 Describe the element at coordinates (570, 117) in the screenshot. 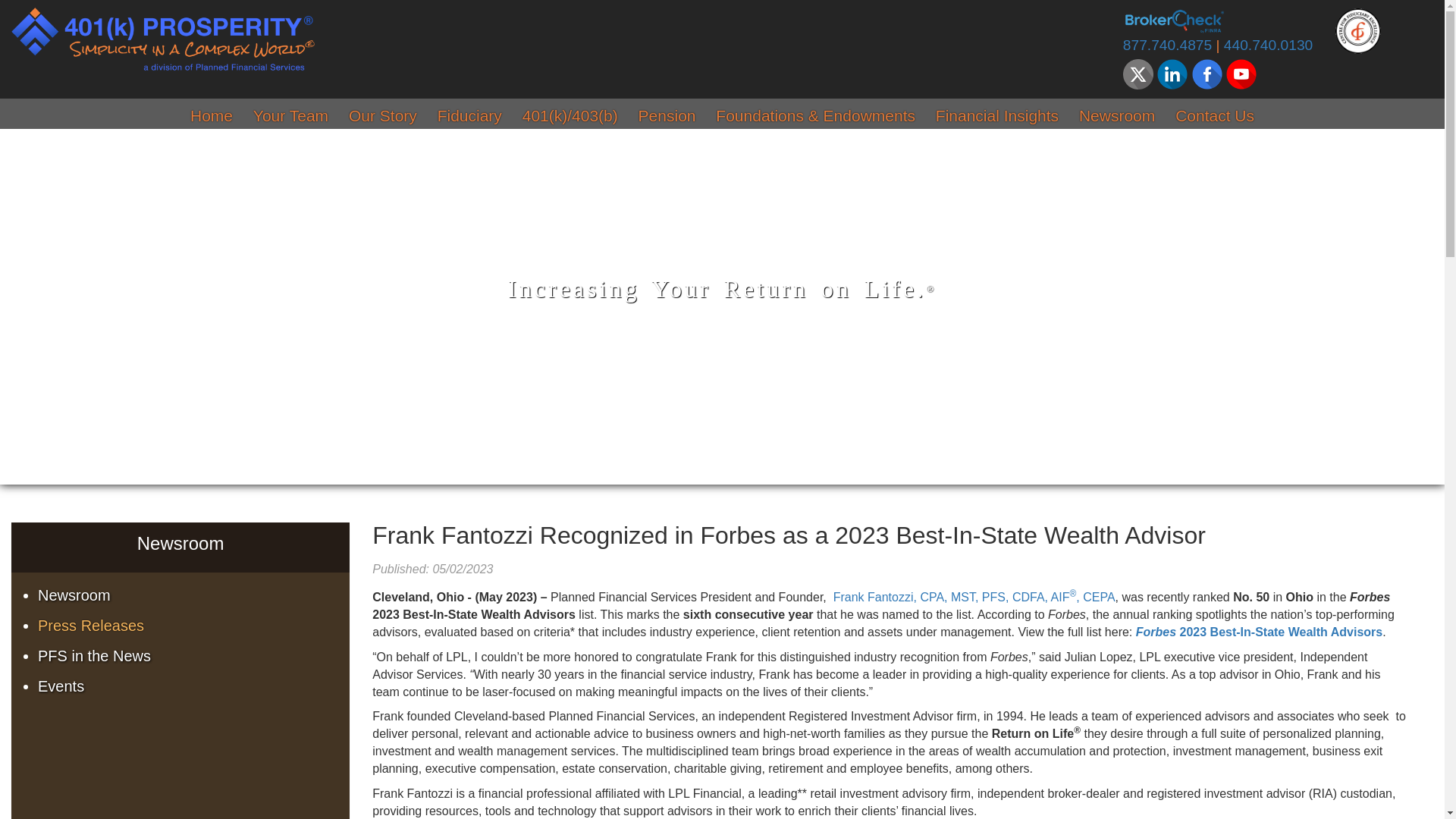

I see `'401(k)/403(b)'` at that location.